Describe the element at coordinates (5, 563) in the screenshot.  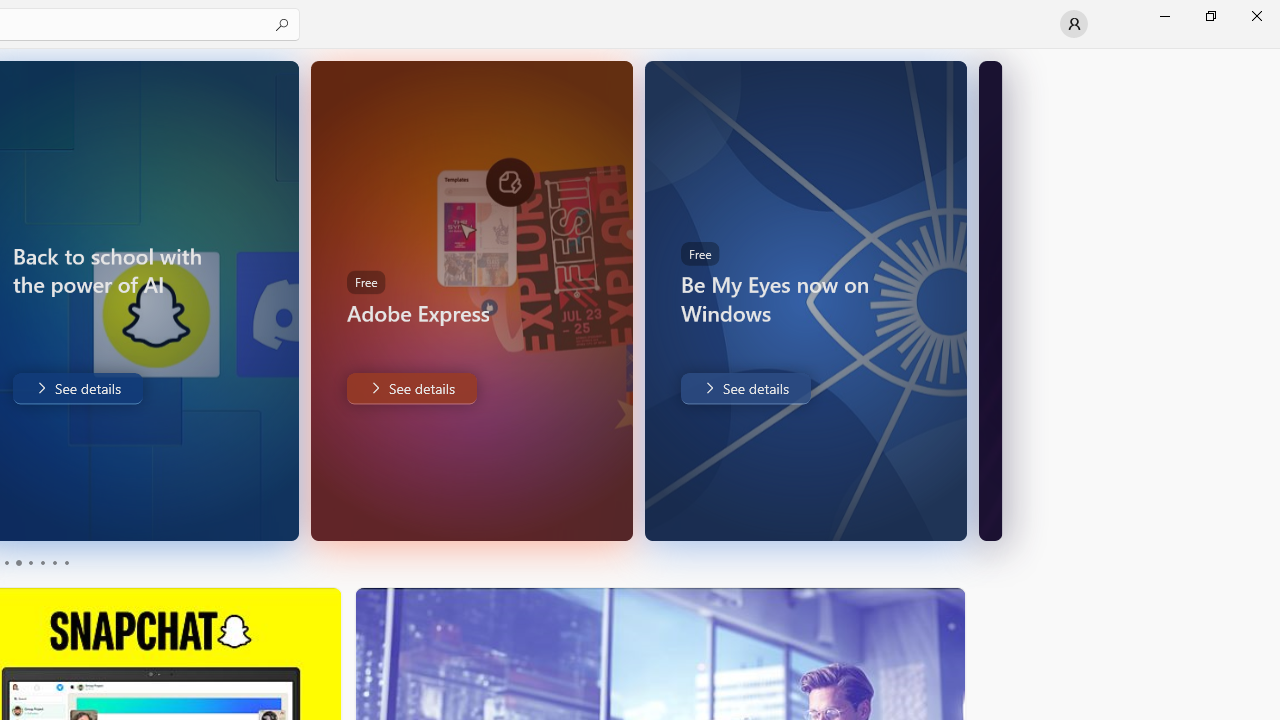
I see `'Page 1'` at that location.